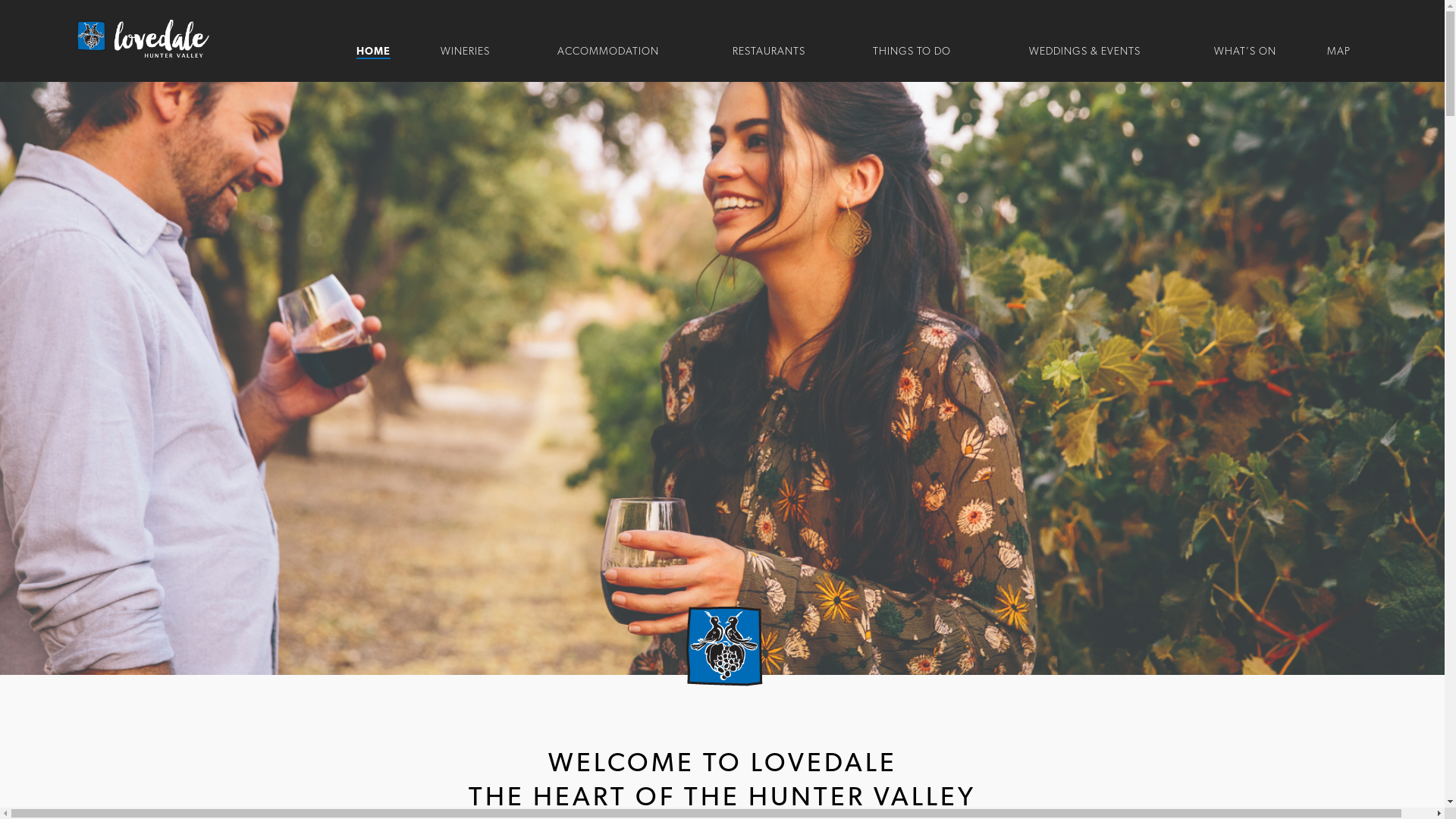  I want to click on 'WINERIES', so click(463, 51).